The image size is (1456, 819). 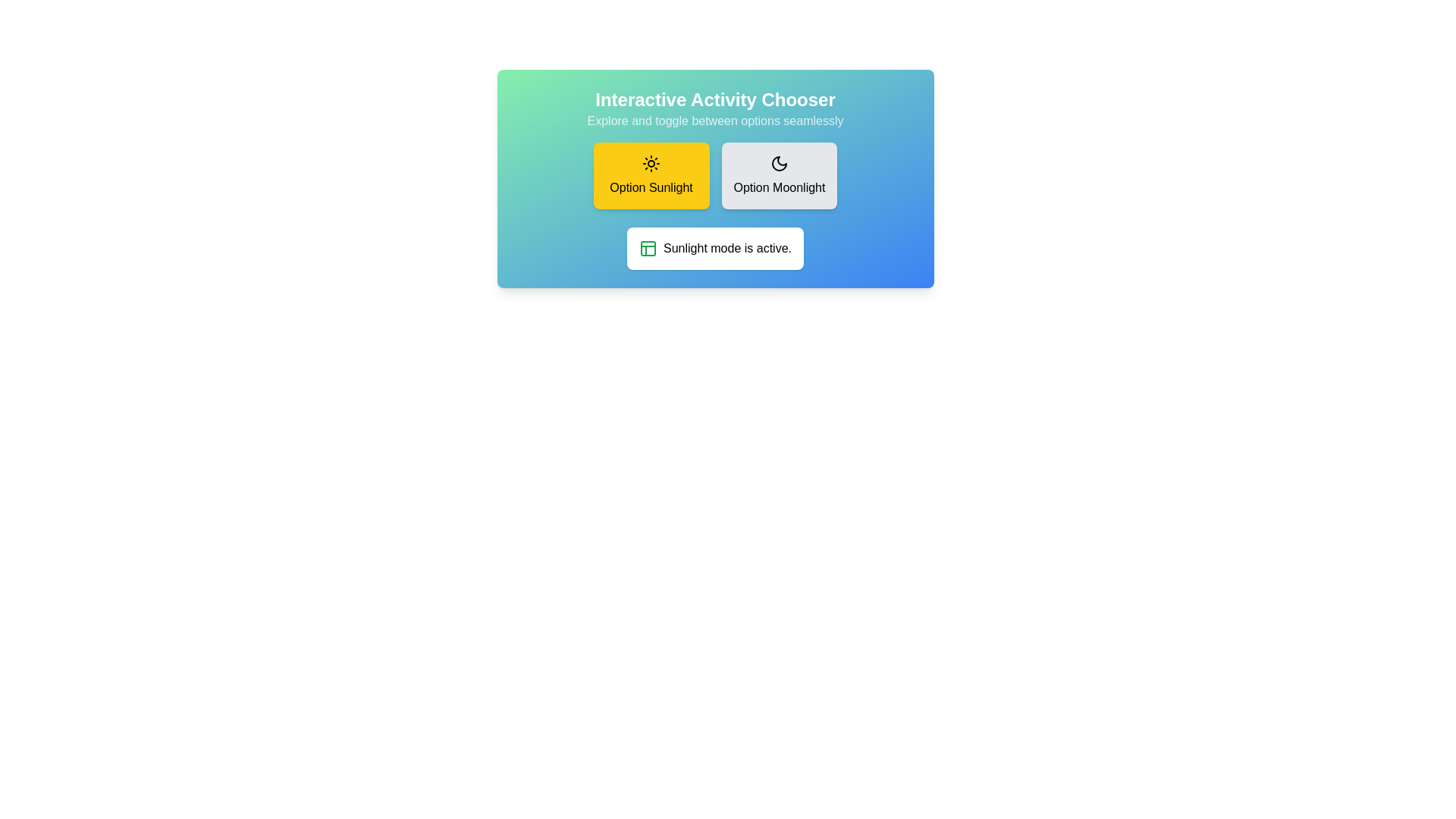 What do you see at coordinates (714, 247) in the screenshot?
I see `status message from the Text with Icon that indicates the sunlight mode is currently active, which is positioned centrally below the 'Option Sunlight' and 'Option Moonlight' buttons` at bounding box center [714, 247].